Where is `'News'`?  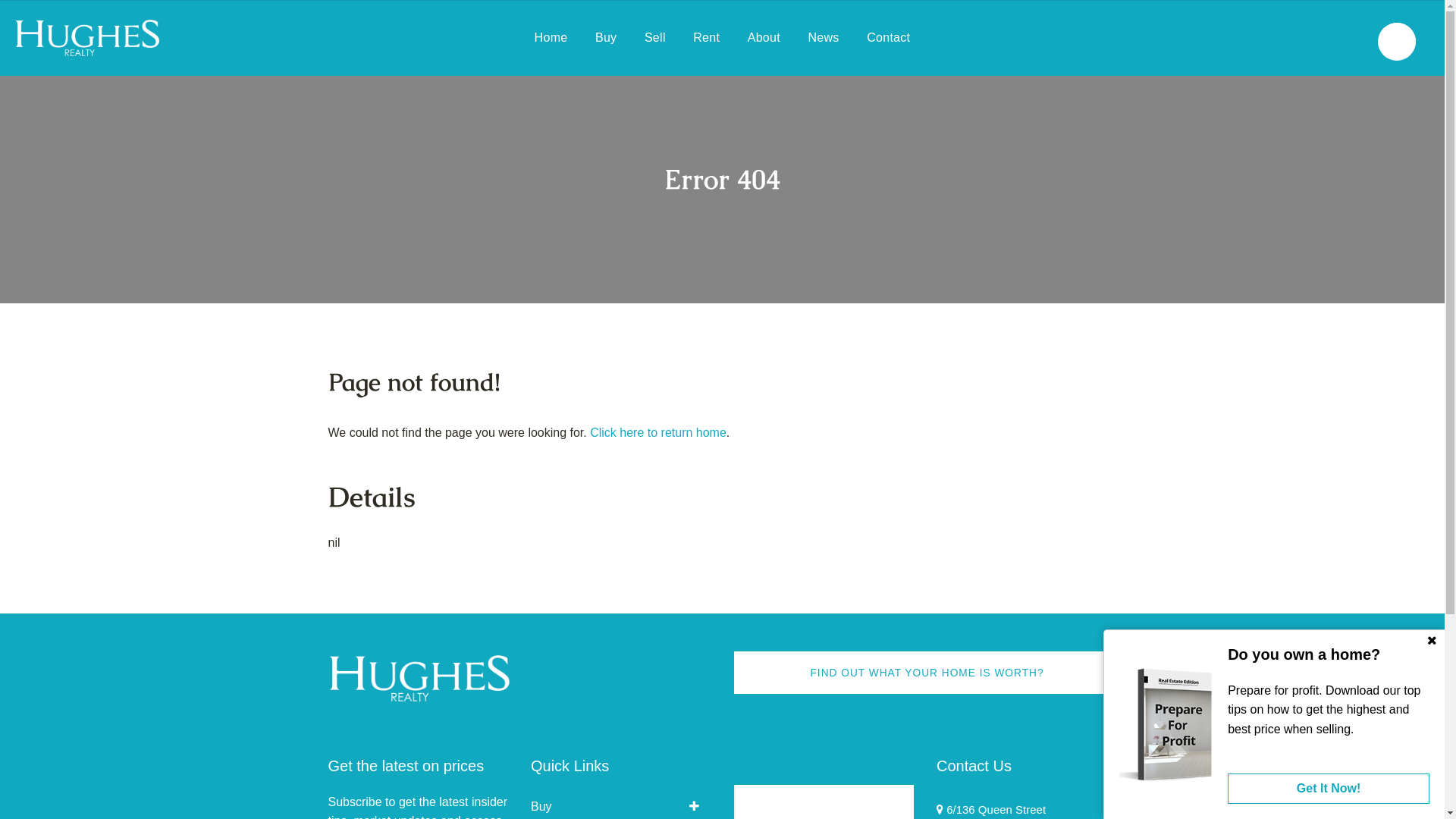 'News' is located at coordinates (807, 37).